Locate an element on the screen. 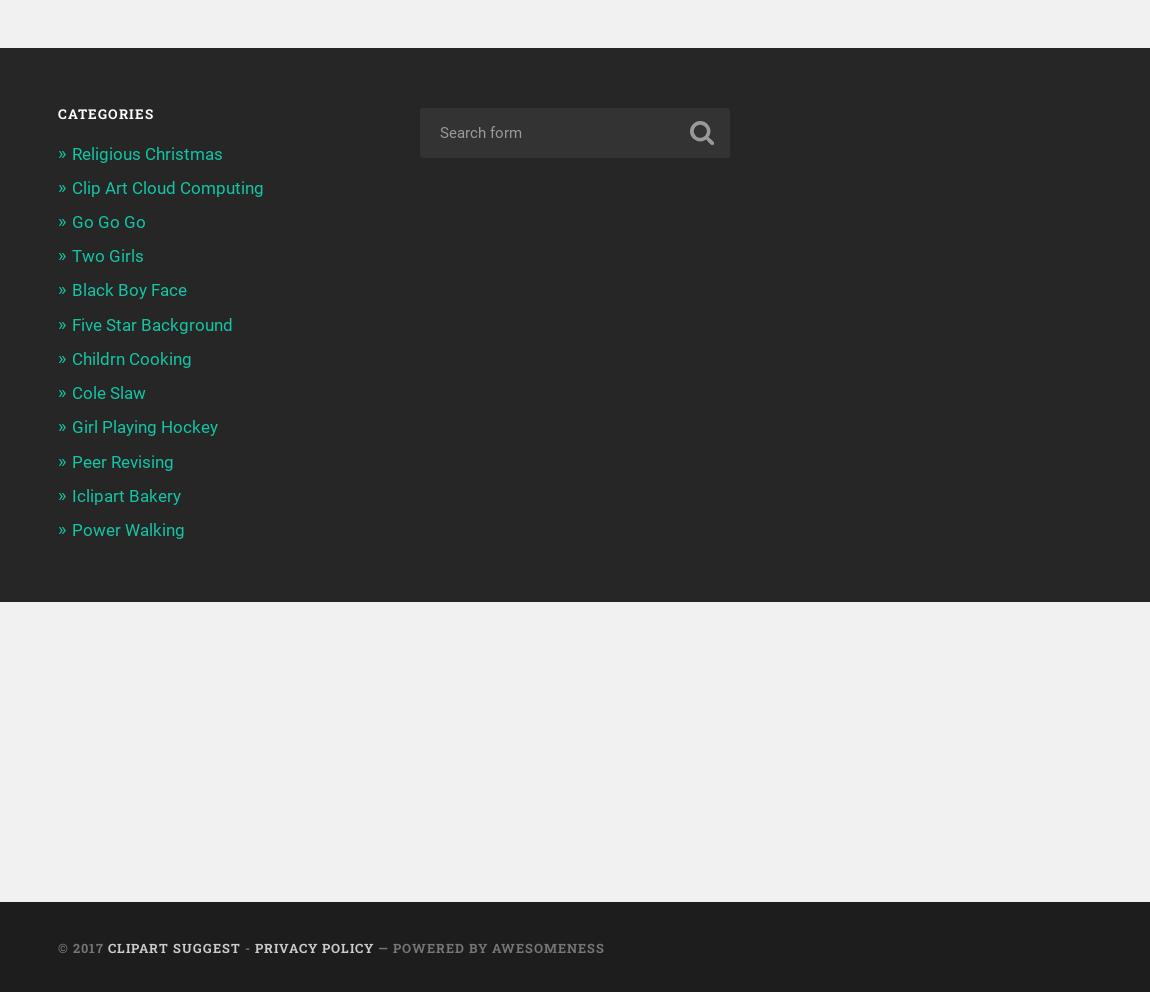 Image resolution: width=1150 pixels, height=992 pixels. 'Cole Slaw' is located at coordinates (106, 393).